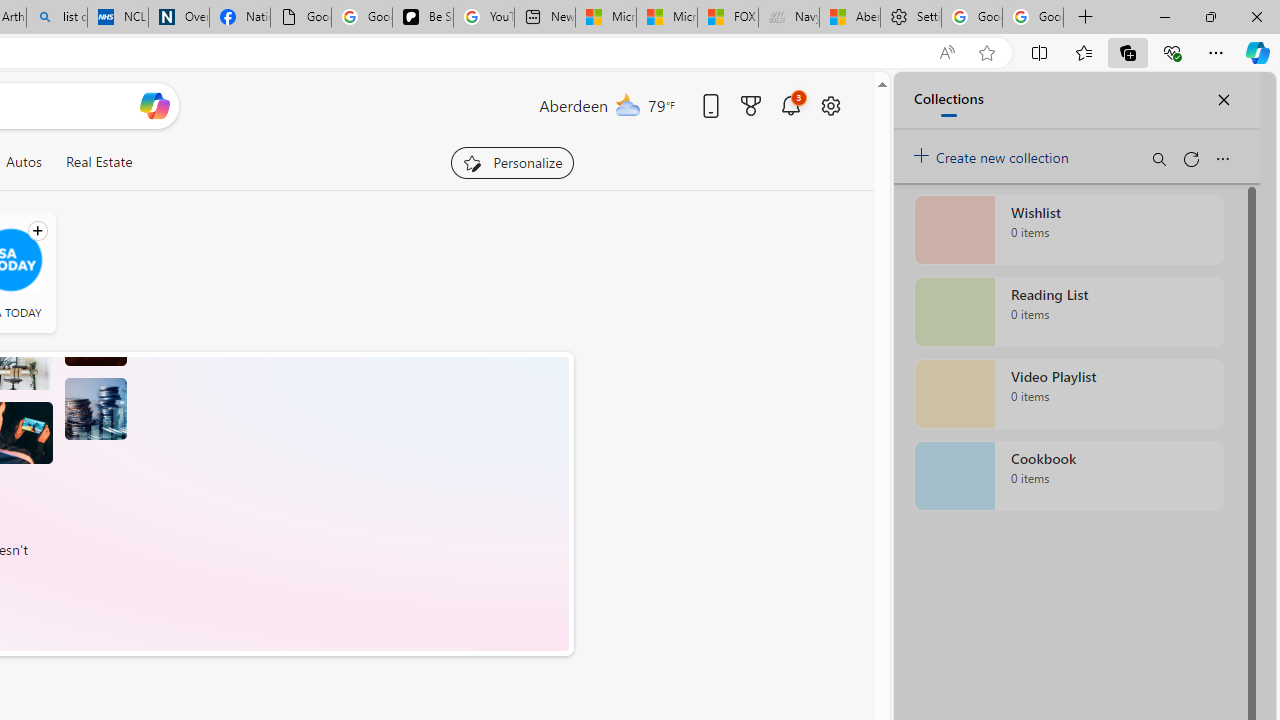 This screenshot has width=1280, height=720. I want to click on 'FOX News - MSN', so click(726, 17).